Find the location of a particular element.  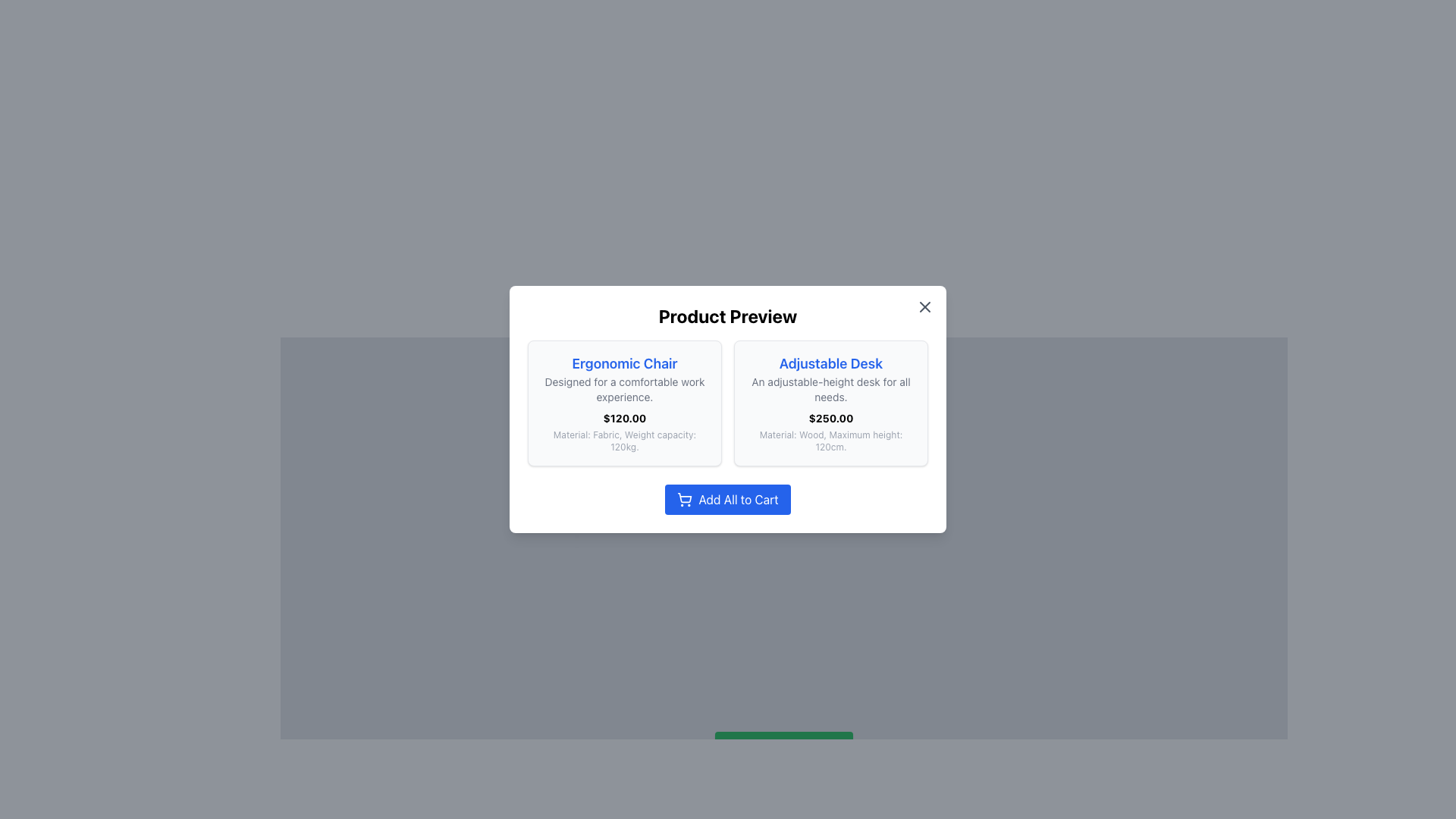

the 'Add All to Cart' button located at the lower center of the white rounded-corner panel to change its background color is located at coordinates (728, 500).